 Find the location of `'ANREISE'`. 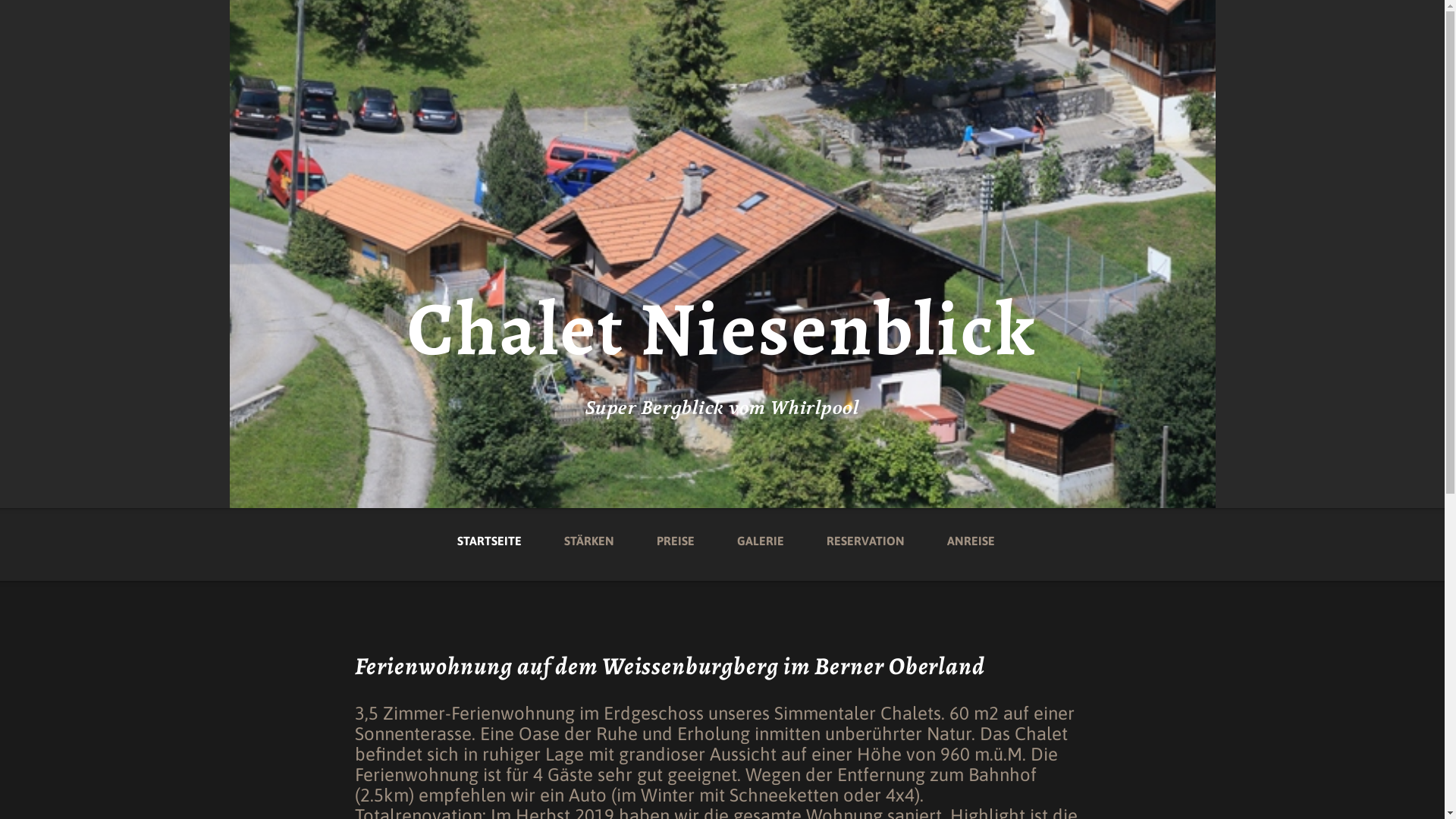

'ANREISE' is located at coordinates (971, 529).